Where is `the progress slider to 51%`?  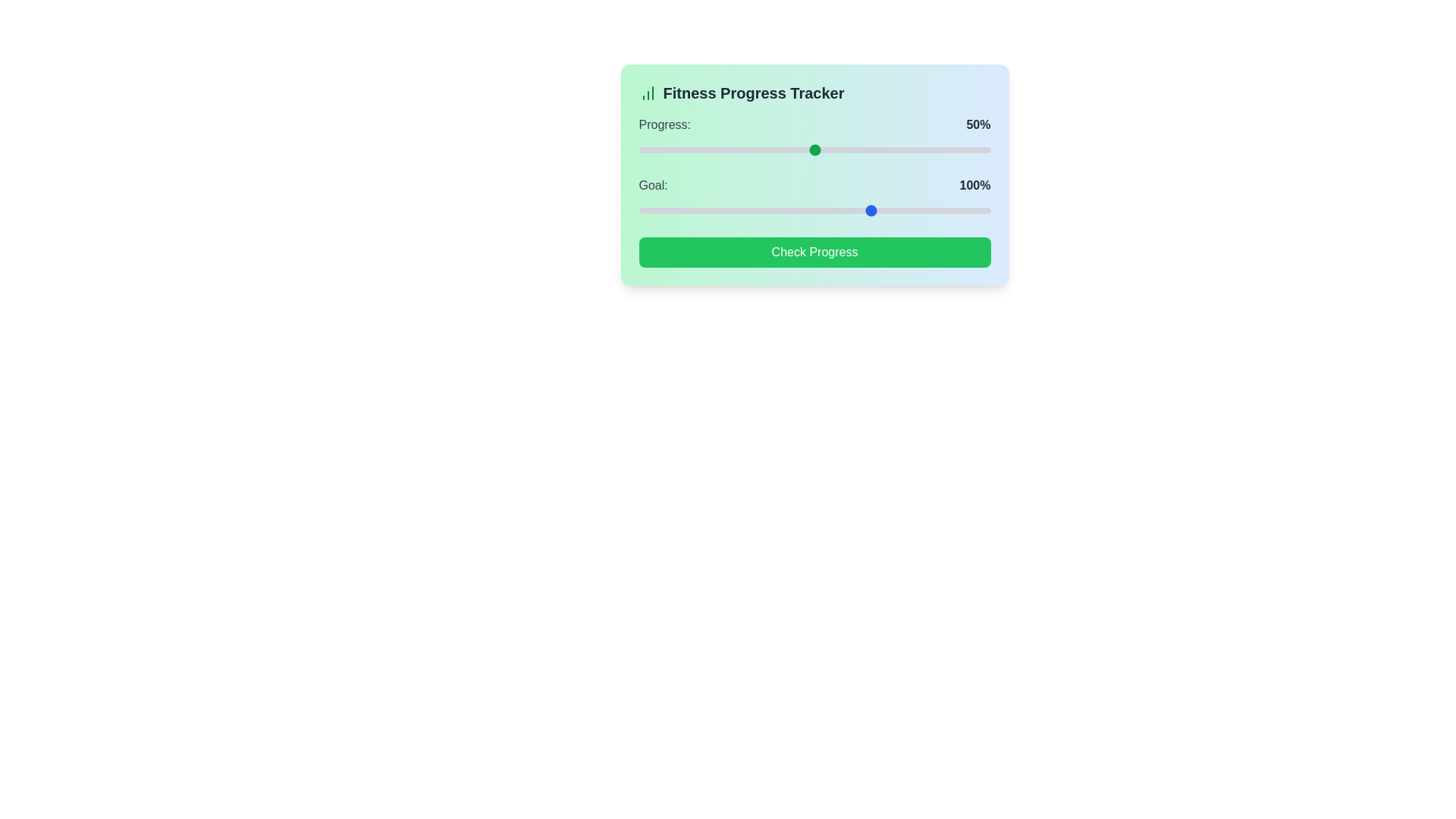
the progress slider to 51% is located at coordinates (817, 149).